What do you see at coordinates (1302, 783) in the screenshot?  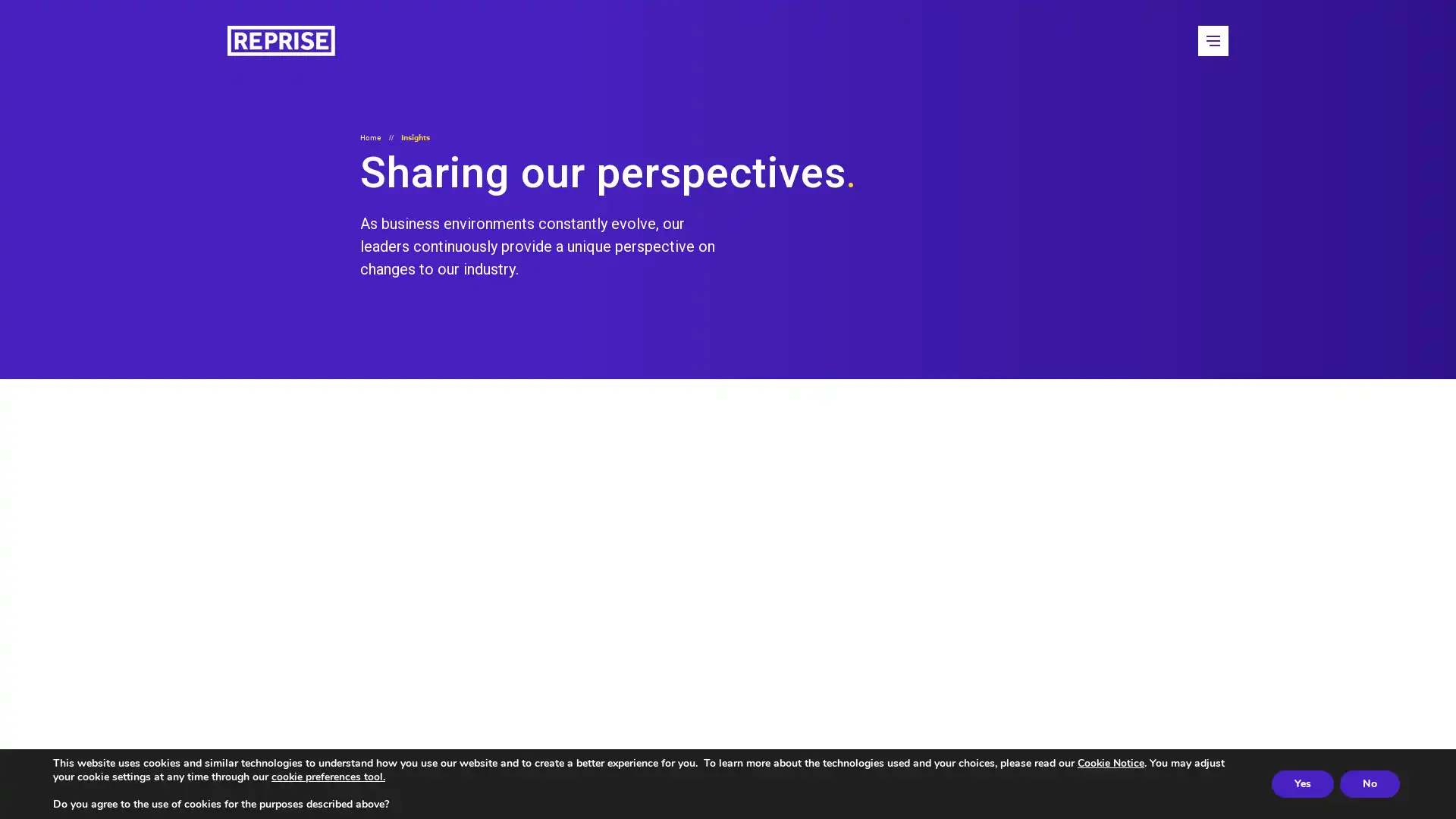 I see `Yes` at bounding box center [1302, 783].